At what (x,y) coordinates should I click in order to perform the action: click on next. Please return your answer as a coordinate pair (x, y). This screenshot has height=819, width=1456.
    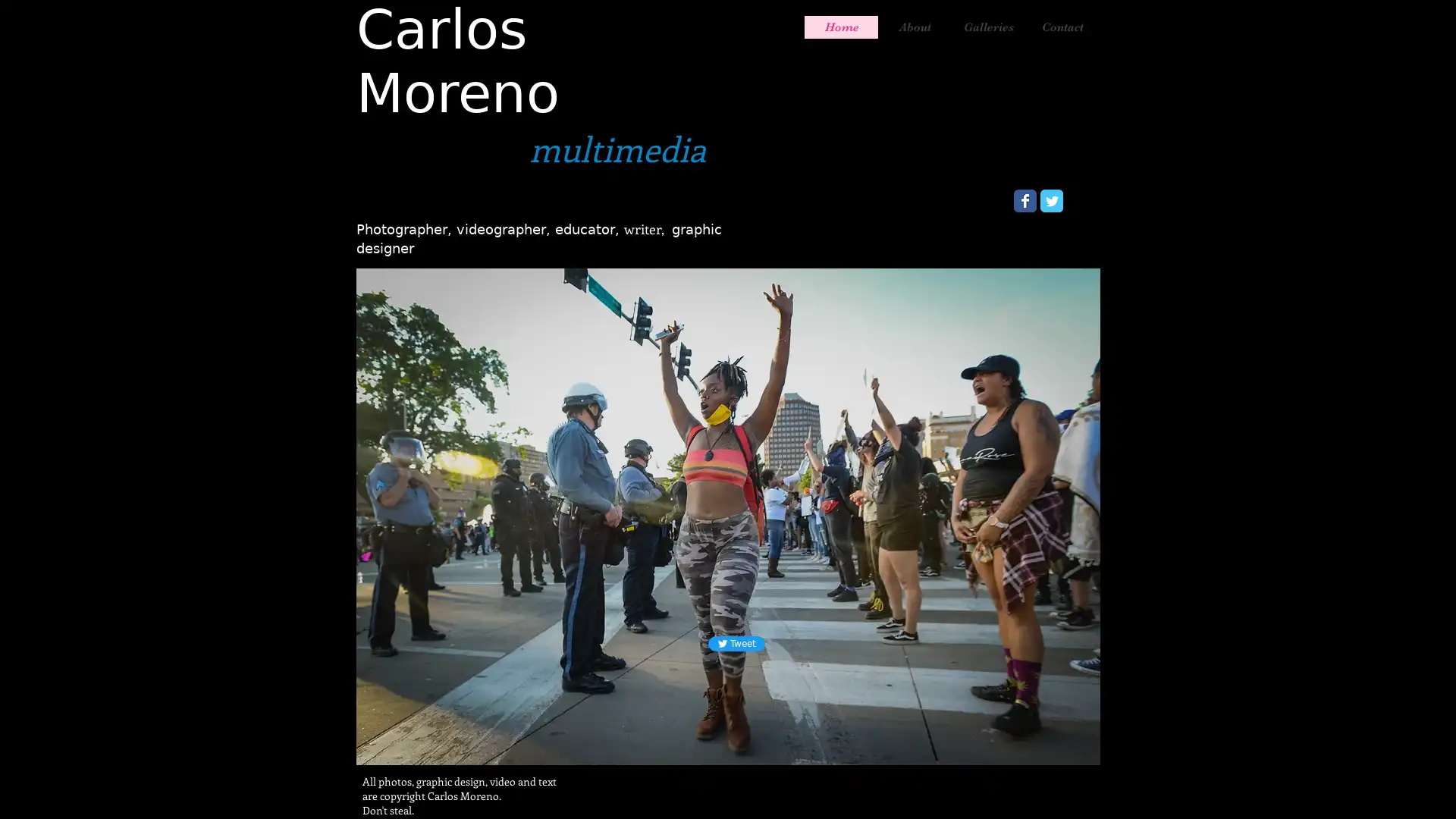
    Looking at the image, I should click on (1067, 513).